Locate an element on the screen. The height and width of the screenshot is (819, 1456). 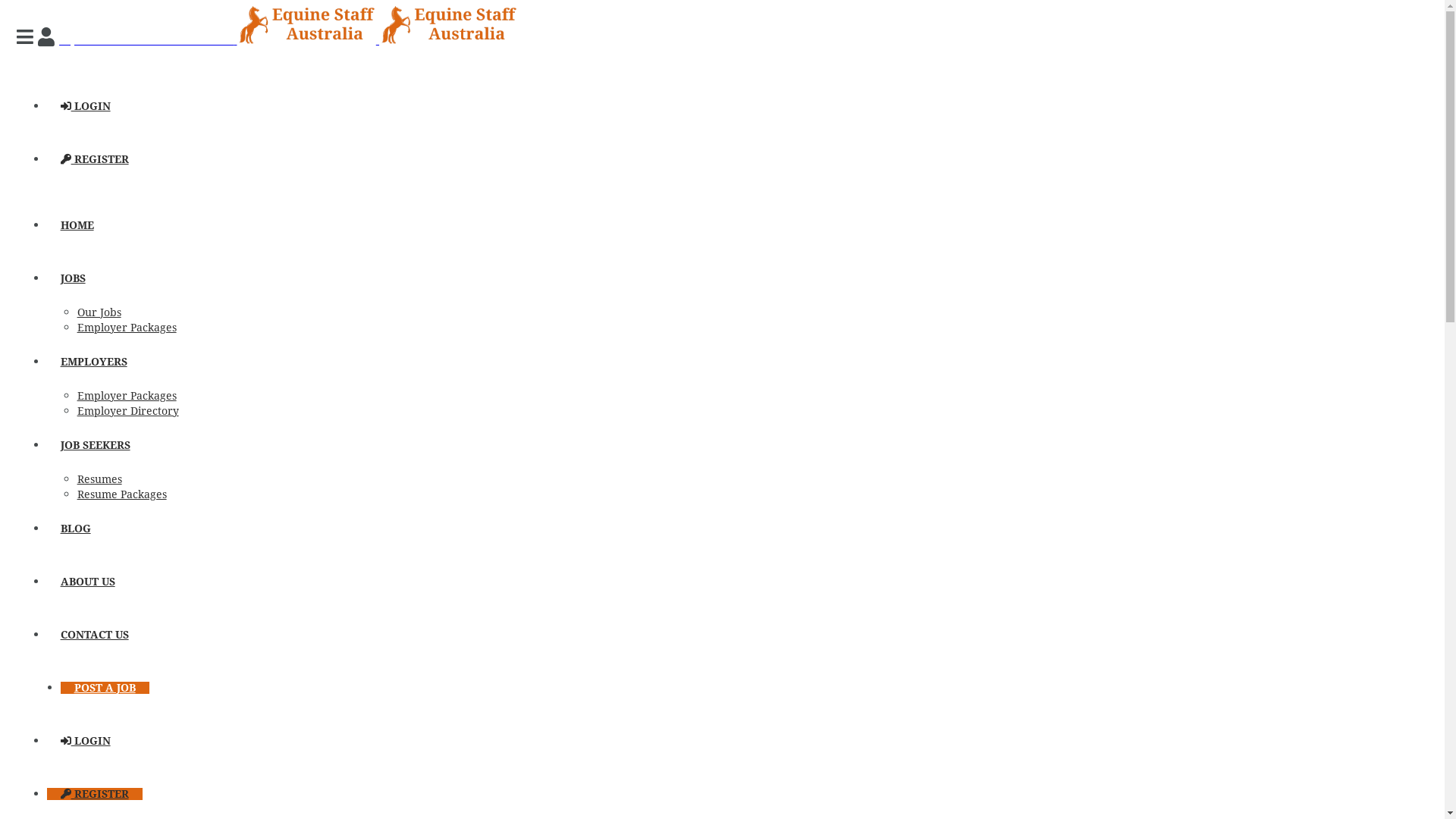
'REGISTER' is located at coordinates (93, 158).